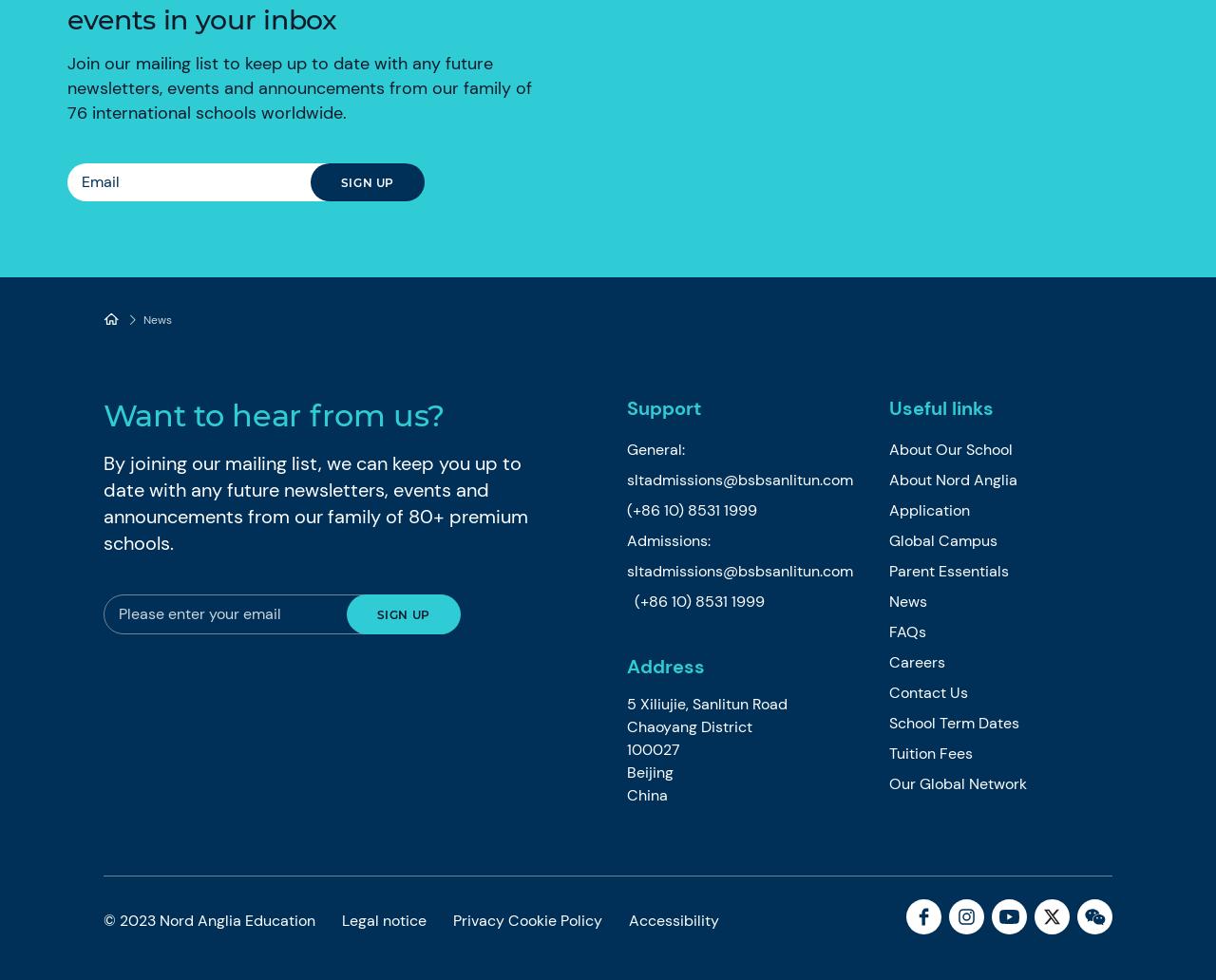  What do you see at coordinates (210, 918) in the screenshot?
I see `'© 2023 Nord Anglia Education'` at bounding box center [210, 918].